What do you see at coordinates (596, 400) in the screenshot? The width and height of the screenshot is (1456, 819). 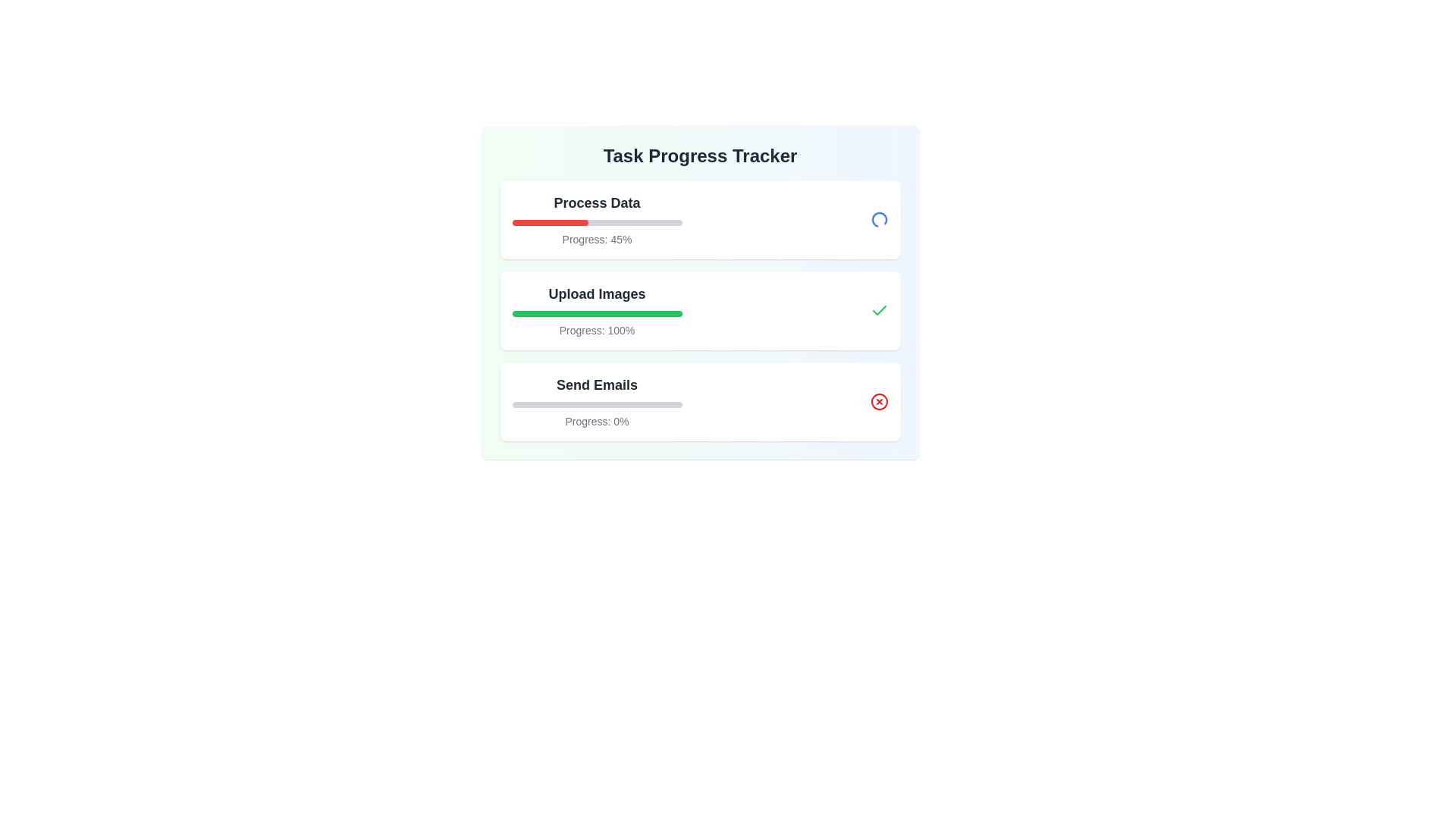 I see `the progress bar of the 'Send Emails' task in the 'Task Progress Tracker' section` at bounding box center [596, 400].